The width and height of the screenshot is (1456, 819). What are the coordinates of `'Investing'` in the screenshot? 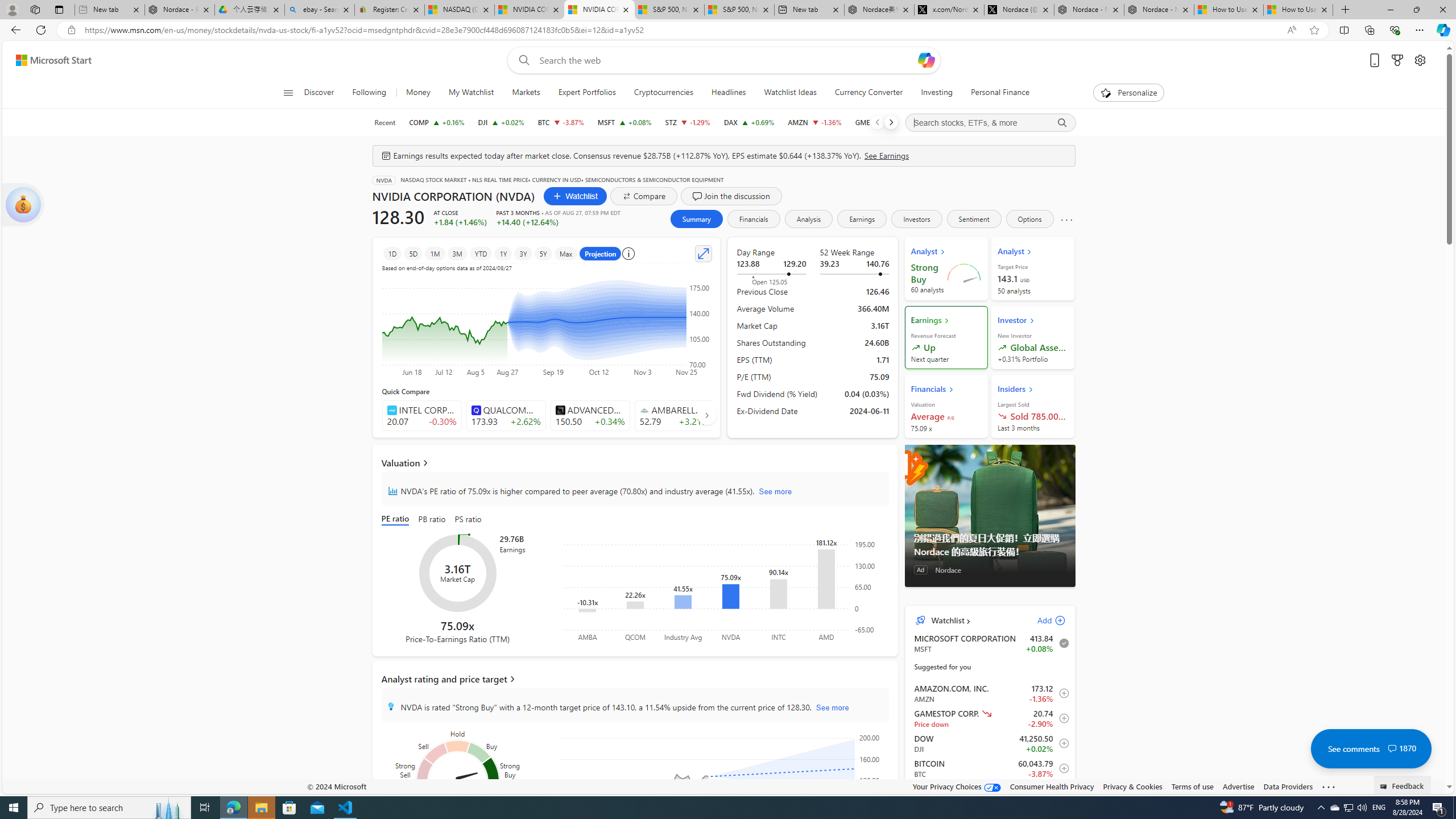 It's located at (936, 92).